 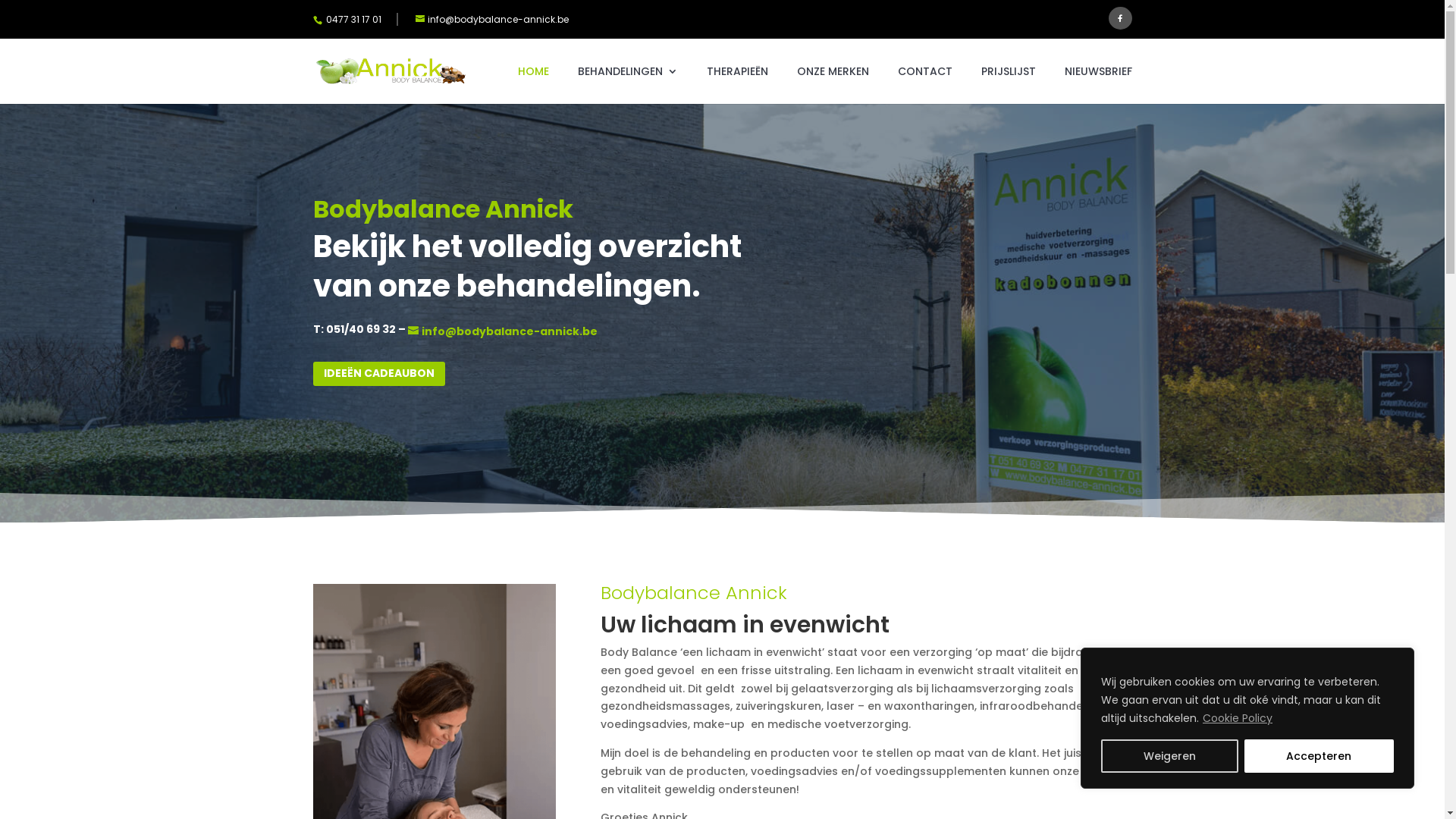 I want to click on 'Accepteren', so click(x=1317, y=755).